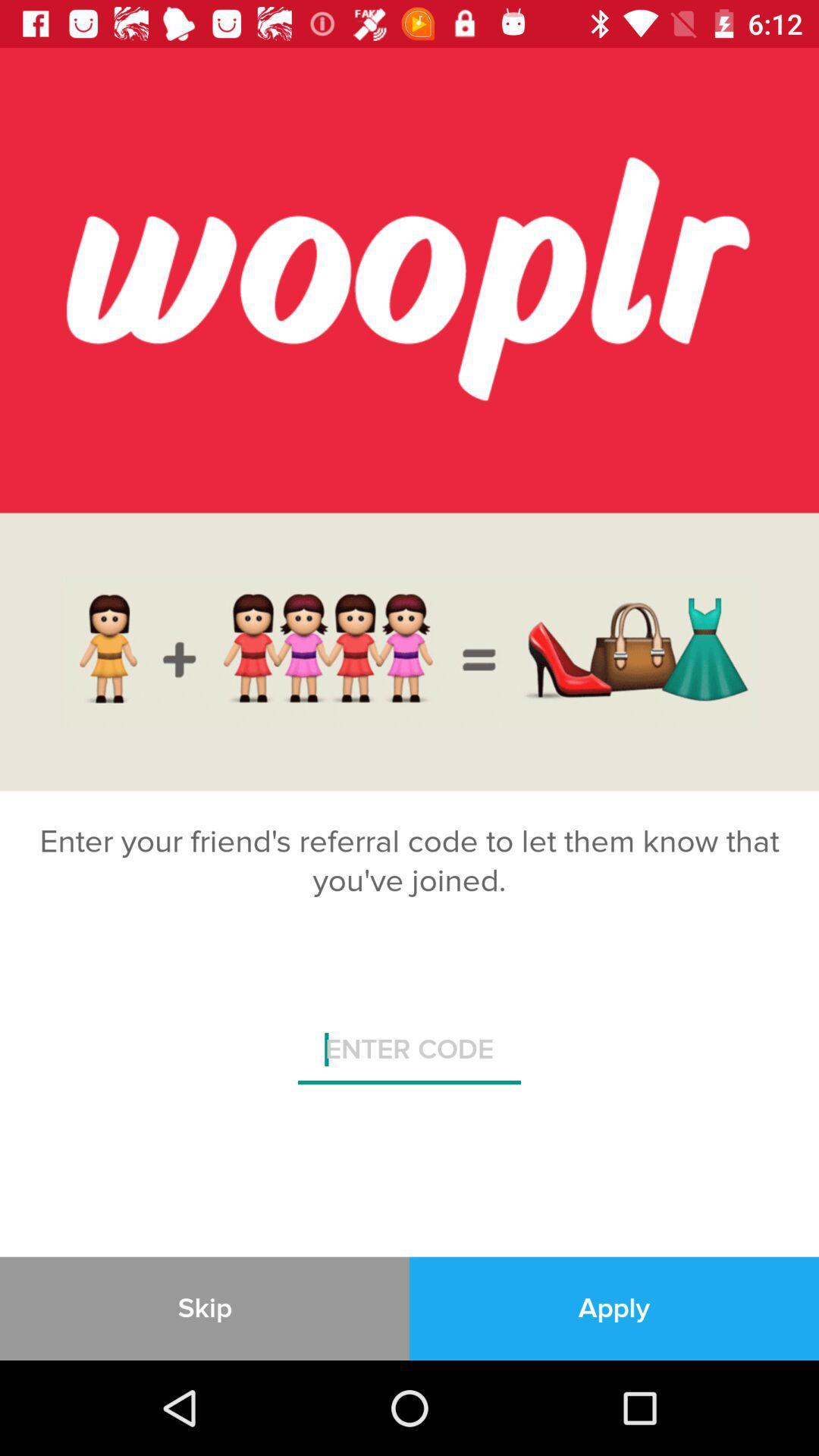 This screenshot has height=1456, width=819. What do you see at coordinates (614, 1307) in the screenshot?
I see `the item at the bottom right corner` at bounding box center [614, 1307].